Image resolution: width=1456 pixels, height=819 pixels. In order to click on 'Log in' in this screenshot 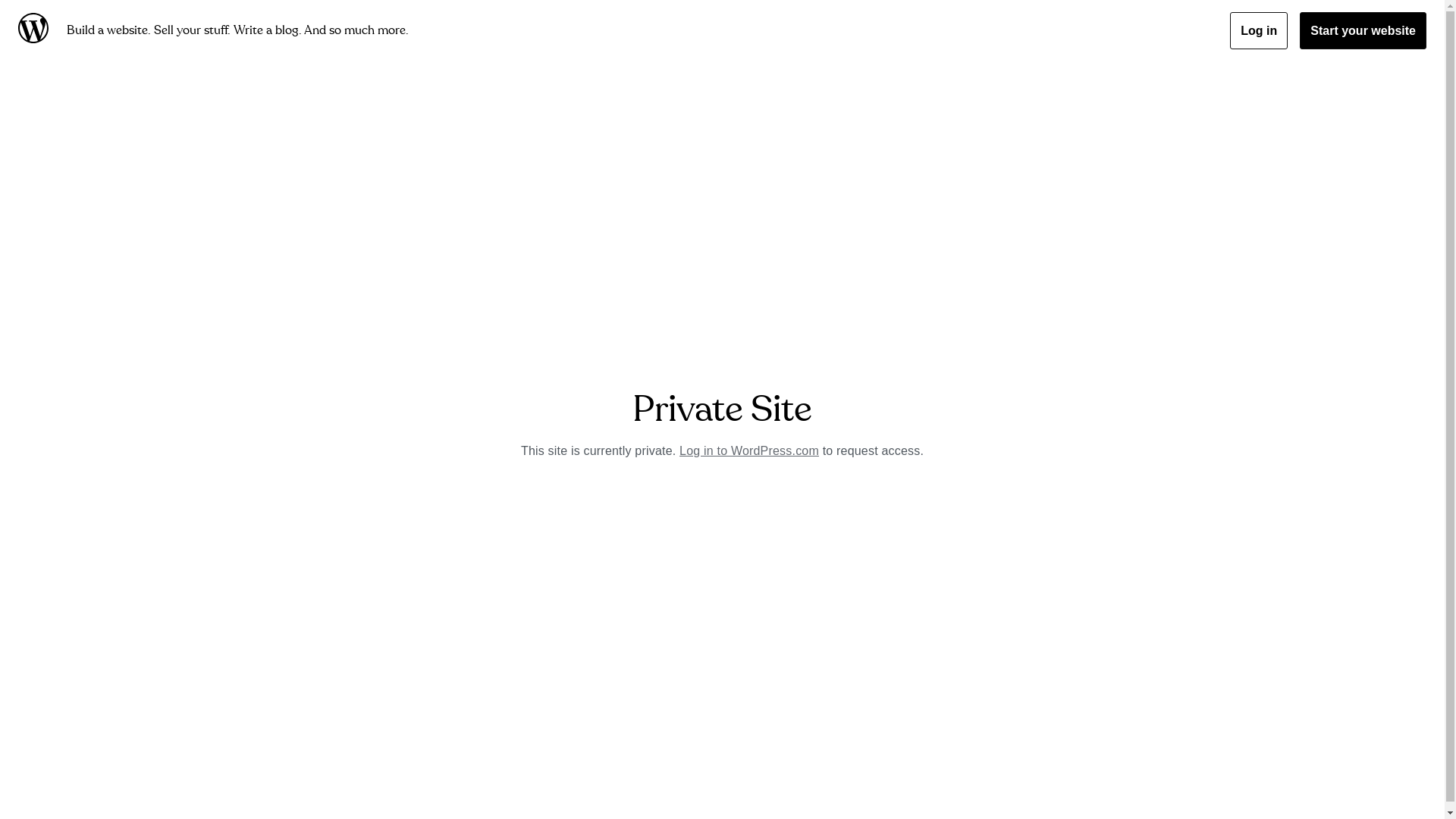, I will do `click(1230, 30)`.